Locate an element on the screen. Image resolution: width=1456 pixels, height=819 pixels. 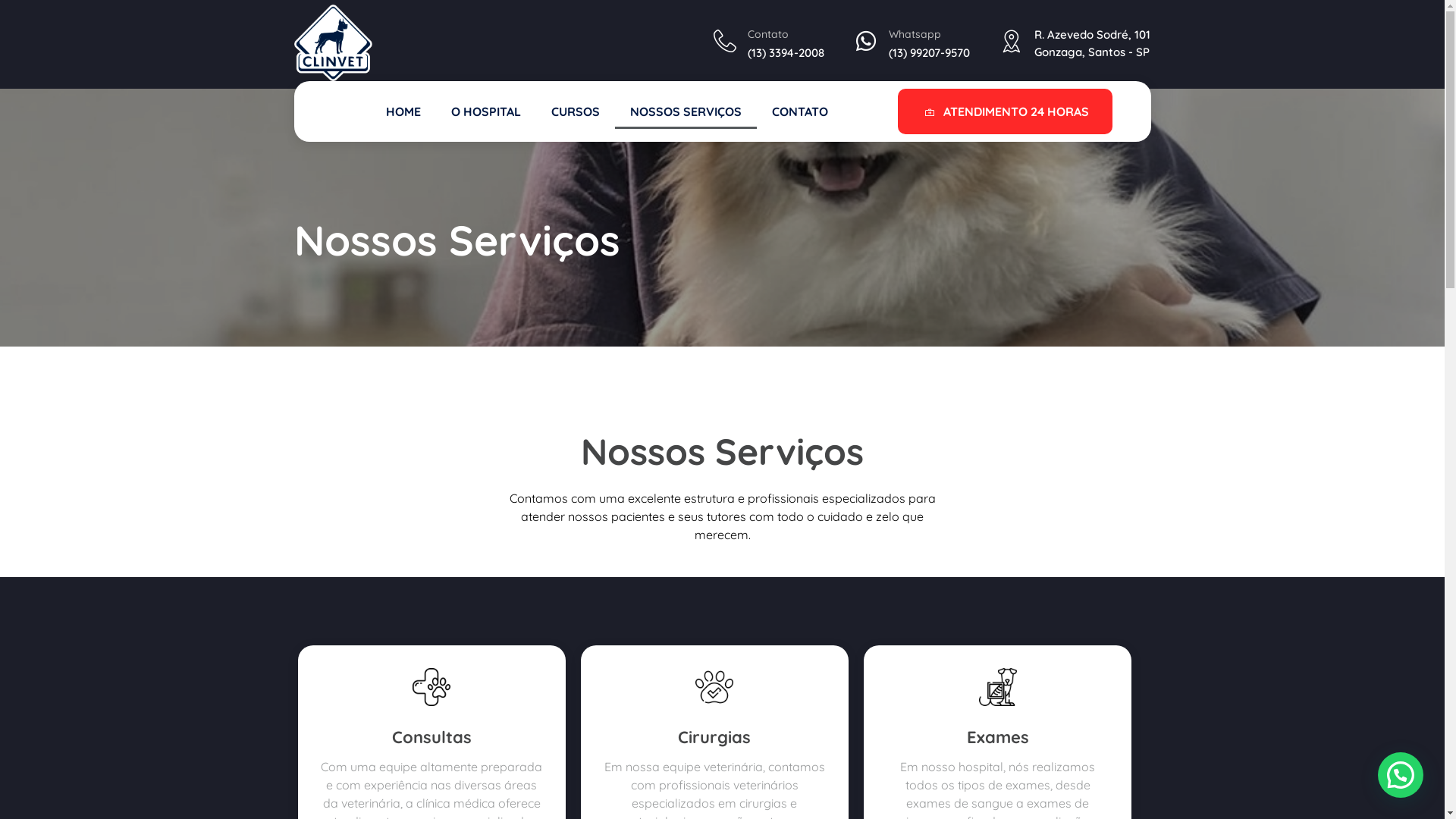
'CURSOS' is located at coordinates (574, 110).